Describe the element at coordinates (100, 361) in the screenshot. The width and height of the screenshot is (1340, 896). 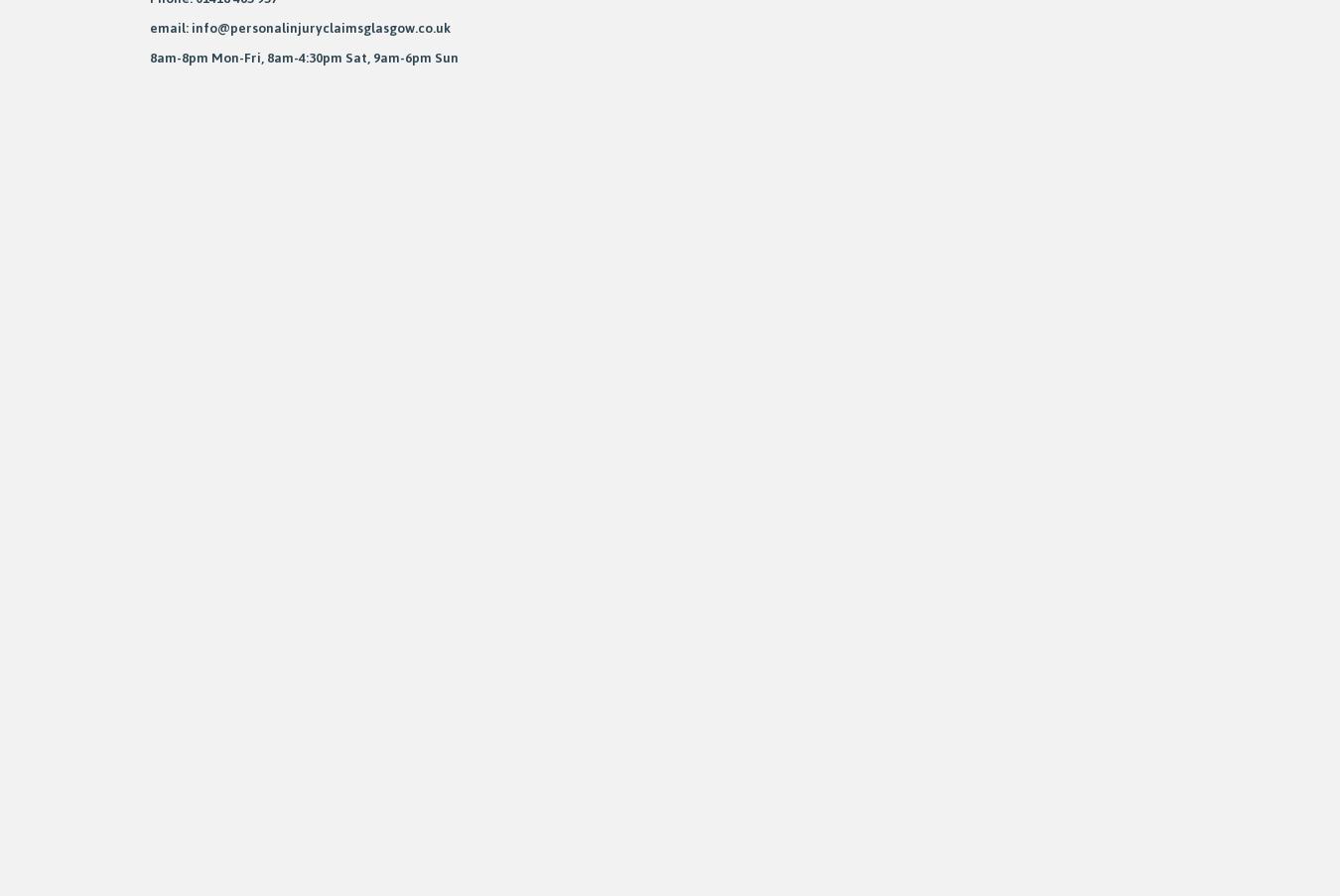
I see `'Glasgow'` at that location.